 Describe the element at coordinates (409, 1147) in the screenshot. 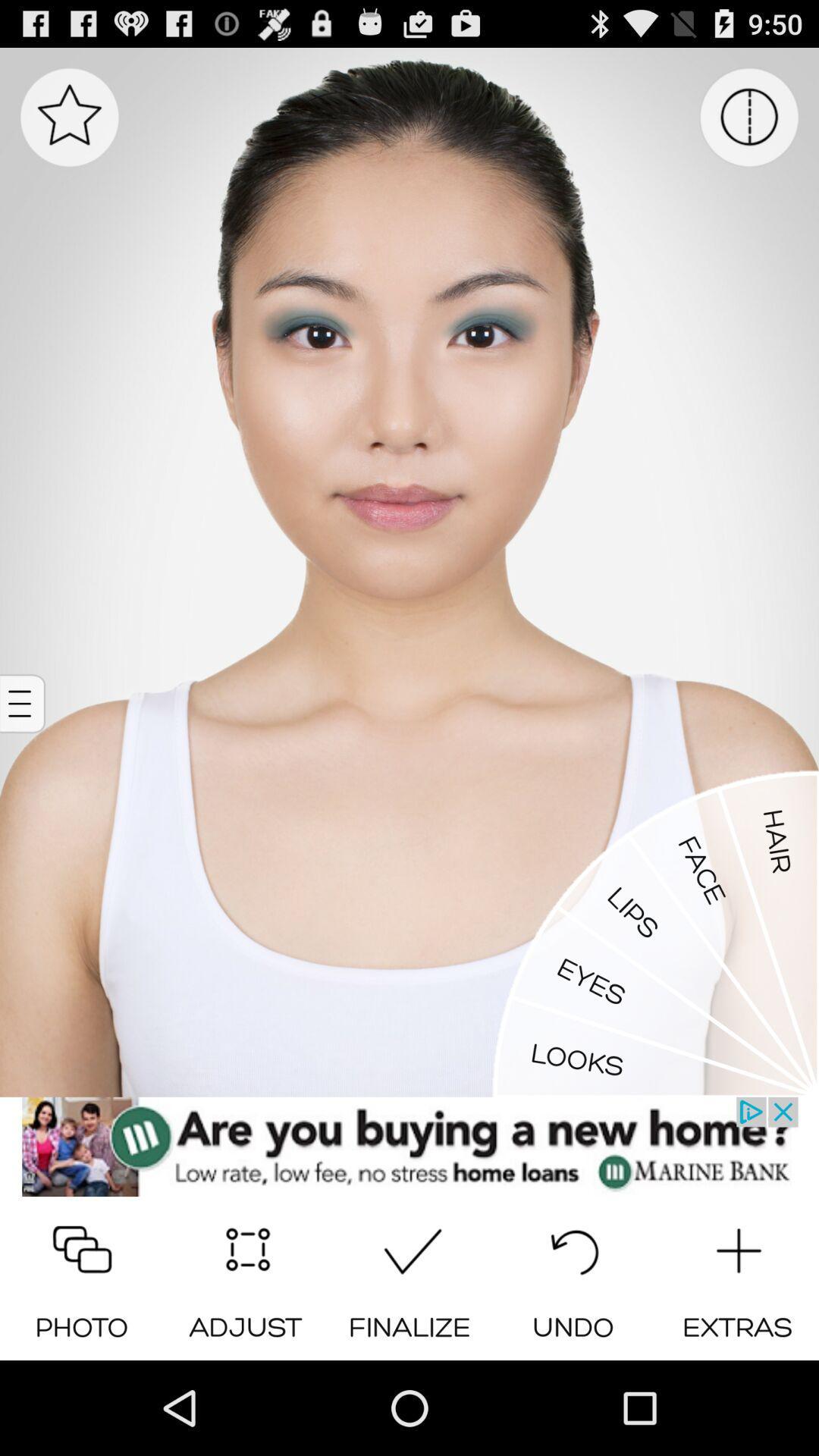

I see `the addvertisement` at that location.